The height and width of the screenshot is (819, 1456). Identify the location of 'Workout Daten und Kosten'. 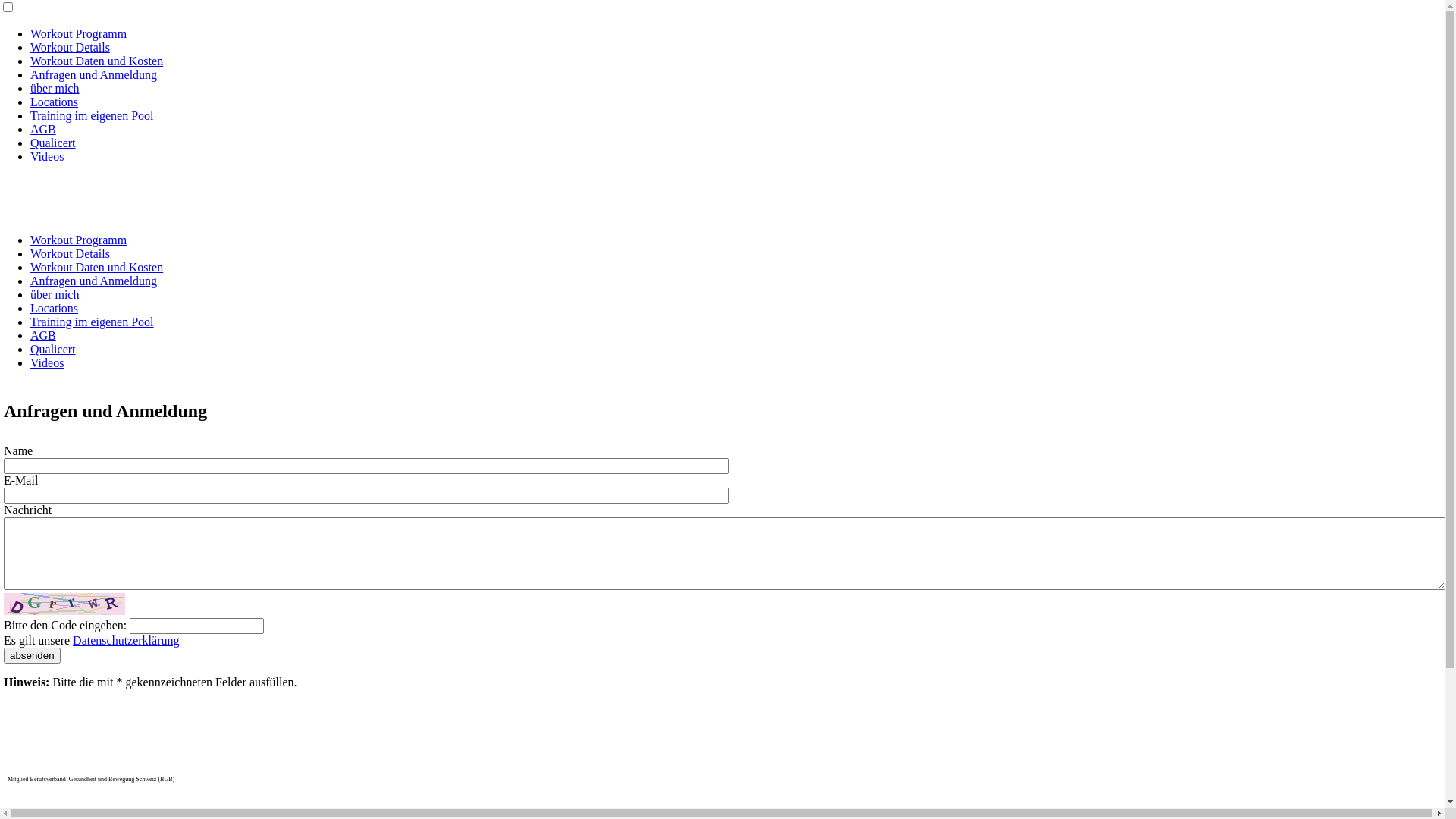
(96, 266).